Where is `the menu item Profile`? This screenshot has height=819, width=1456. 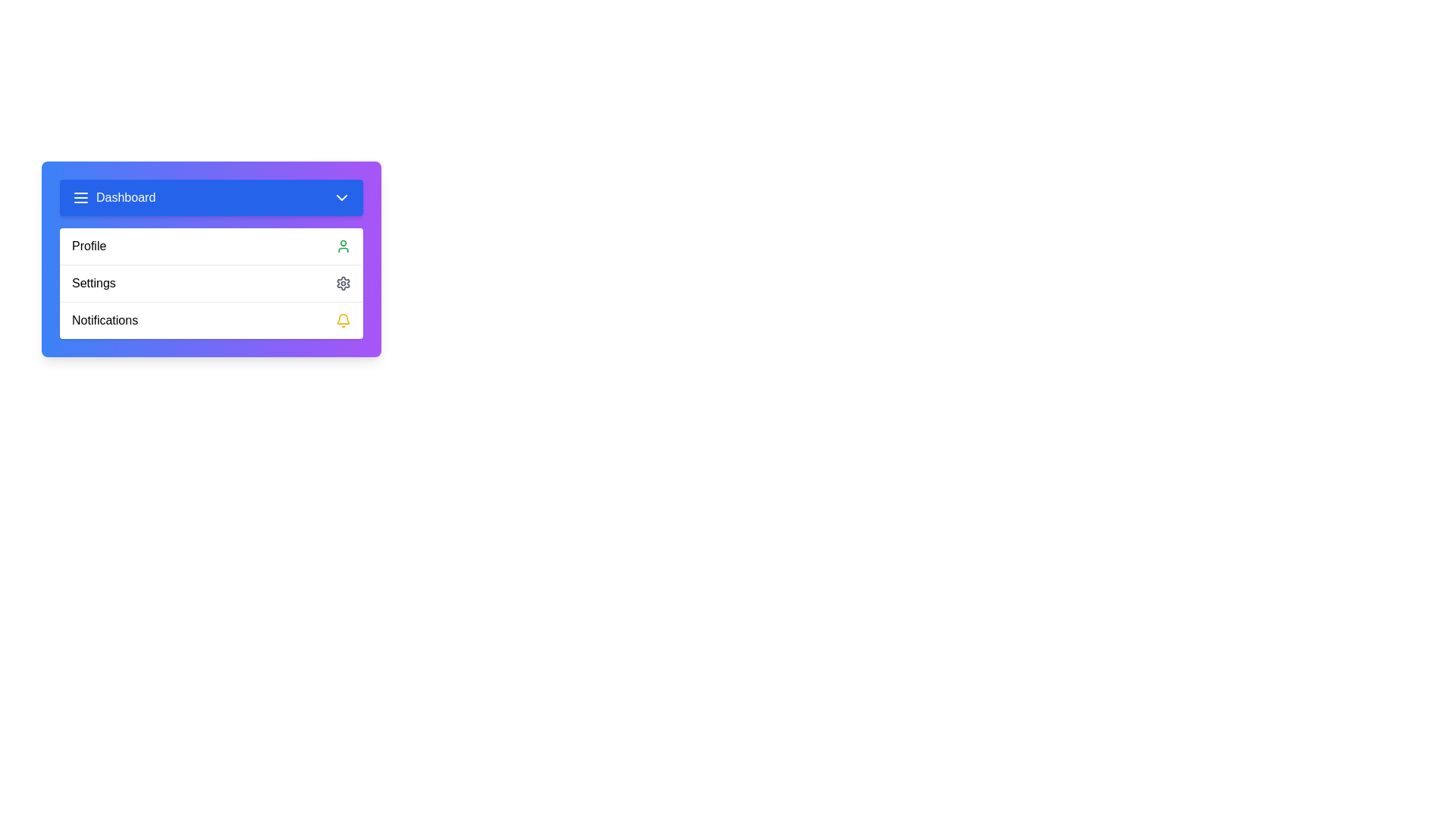
the menu item Profile is located at coordinates (210, 245).